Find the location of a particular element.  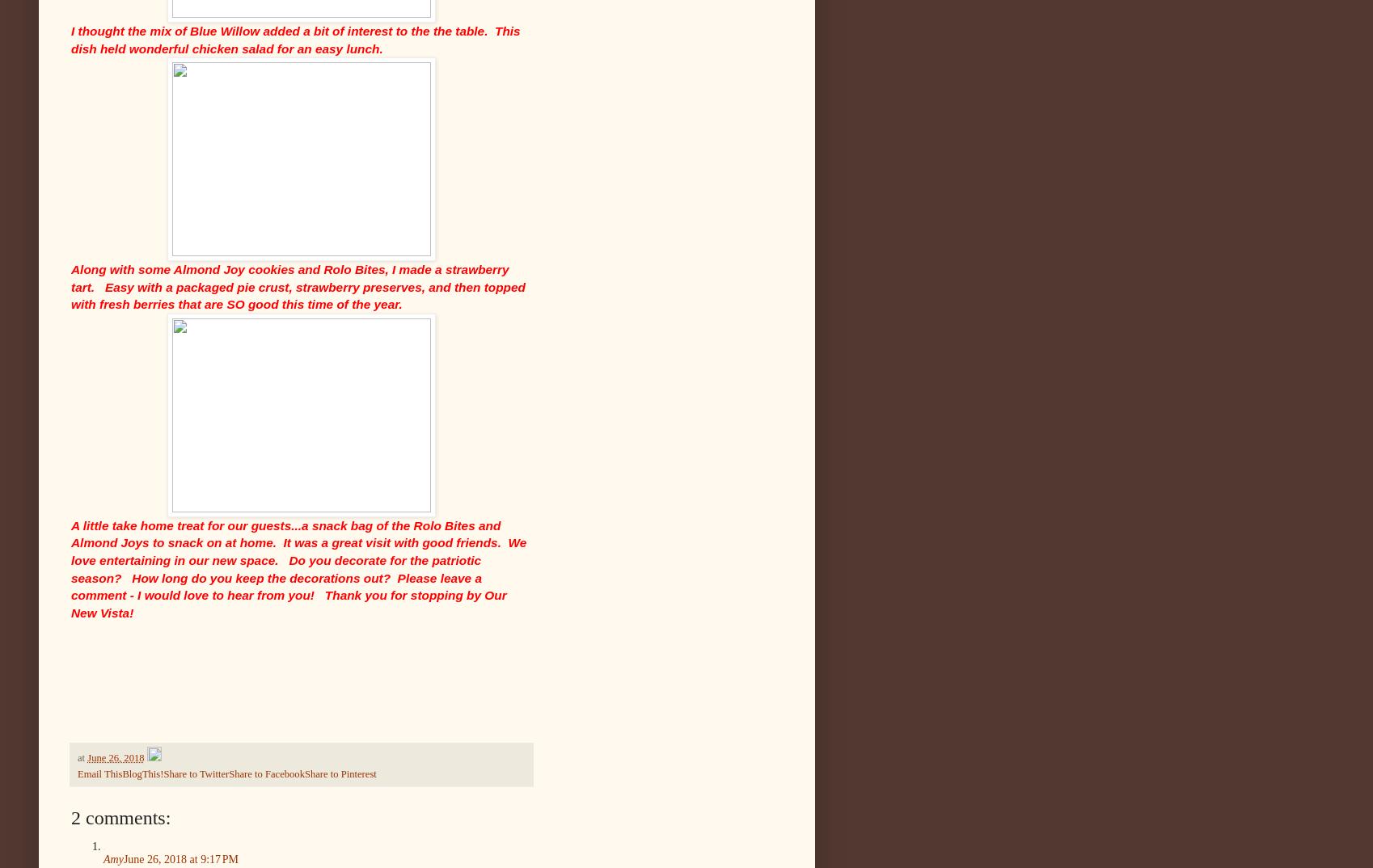

'Share to Pinterest' is located at coordinates (340, 773).